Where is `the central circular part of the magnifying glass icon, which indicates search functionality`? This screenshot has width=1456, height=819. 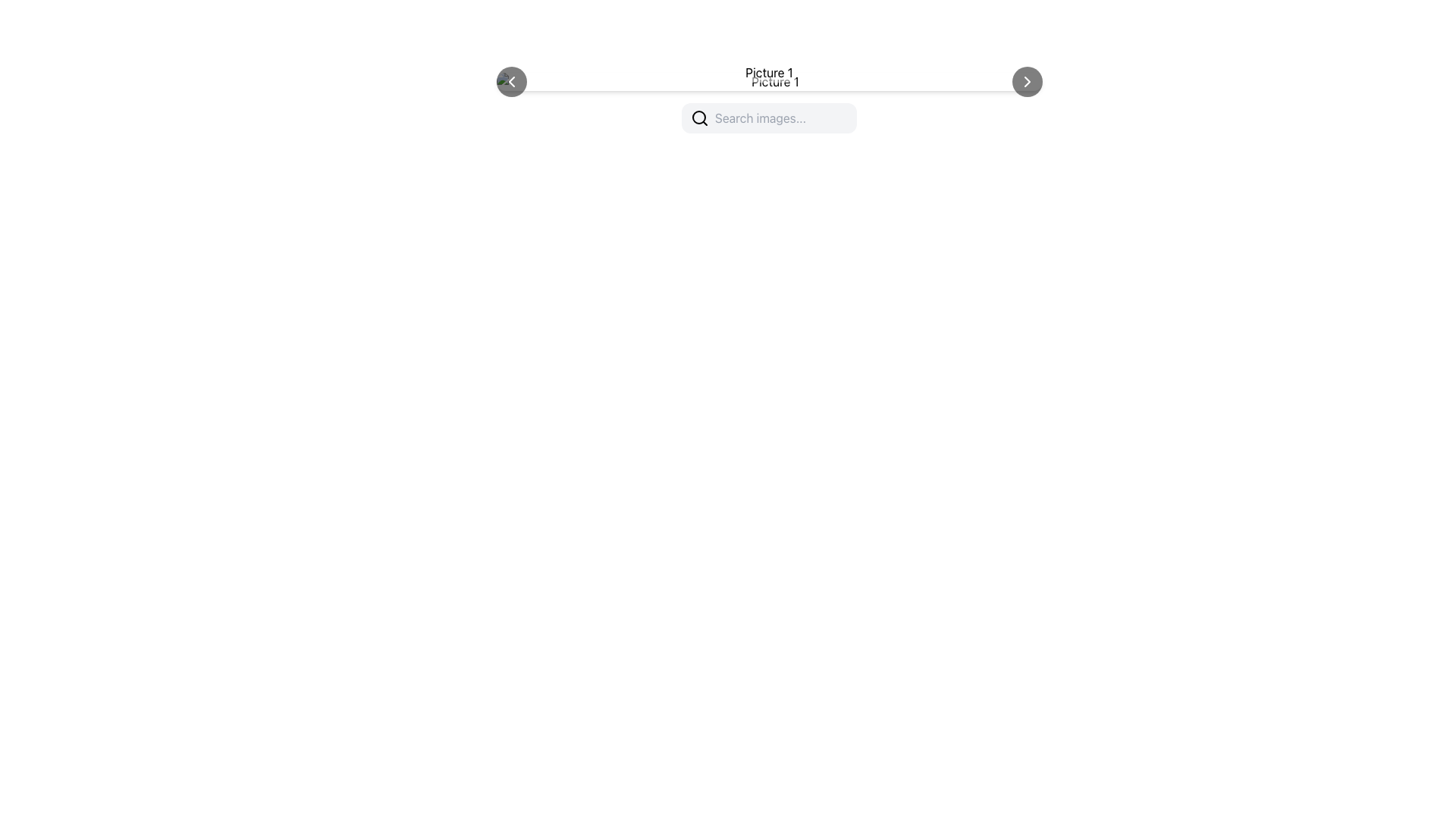 the central circular part of the magnifying glass icon, which indicates search functionality is located at coordinates (698, 116).